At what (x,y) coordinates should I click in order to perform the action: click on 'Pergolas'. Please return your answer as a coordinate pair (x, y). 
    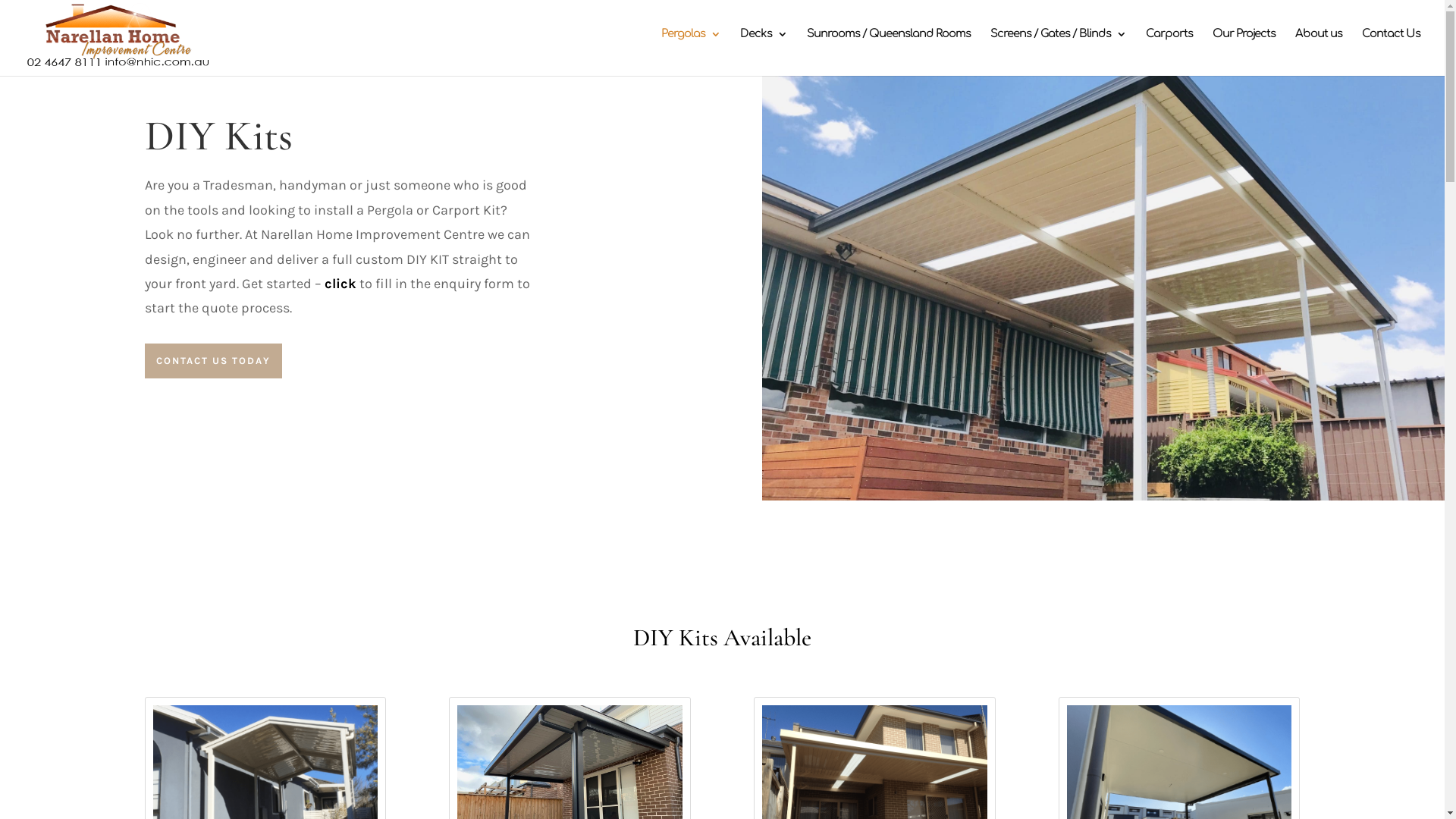
    Looking at the image, I should click on (690, 48).